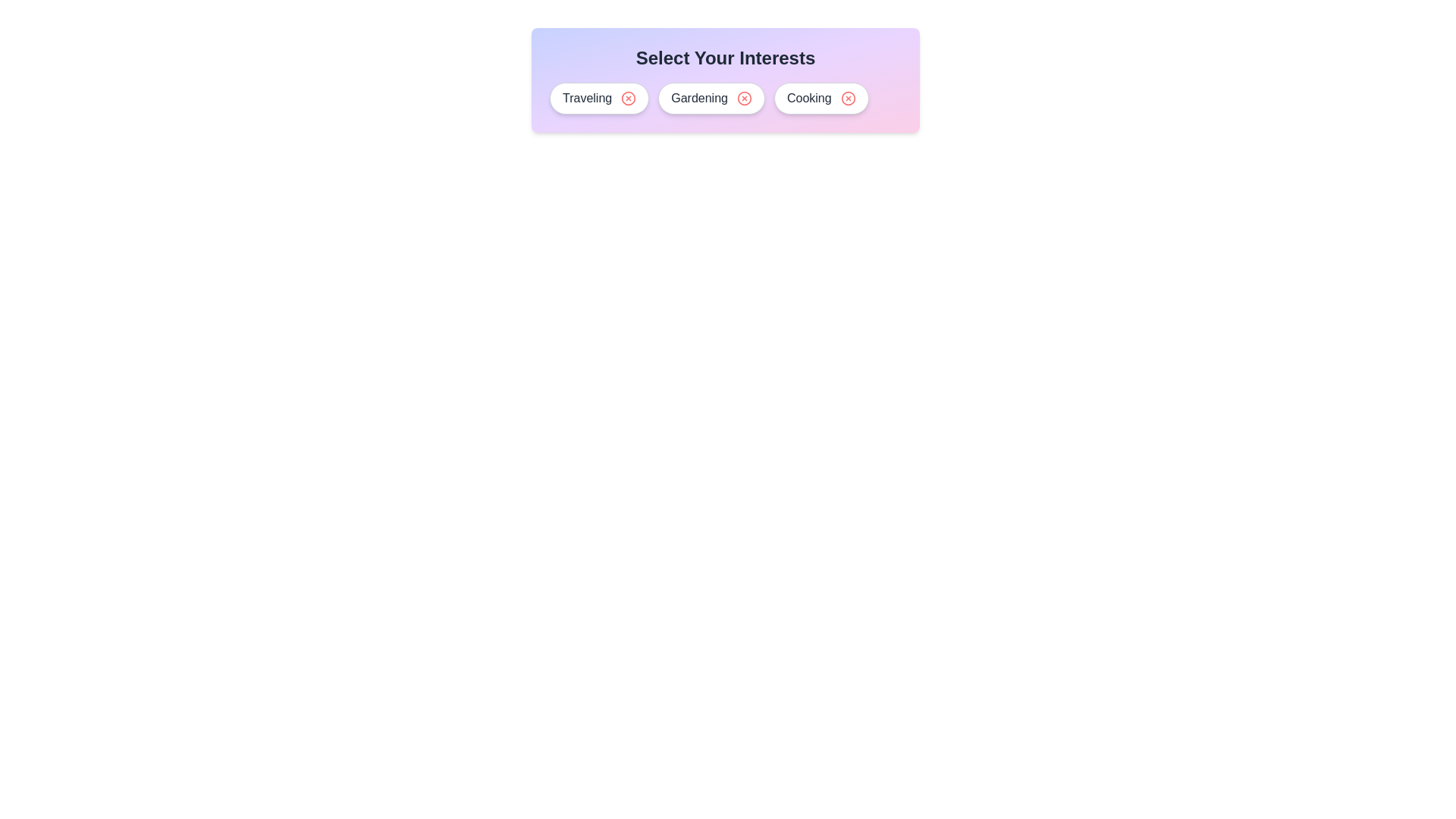 This screenshot has width=1456, height=819. I want to click on the interest tag Cooking to observe its hover effect, so click(821, 99).